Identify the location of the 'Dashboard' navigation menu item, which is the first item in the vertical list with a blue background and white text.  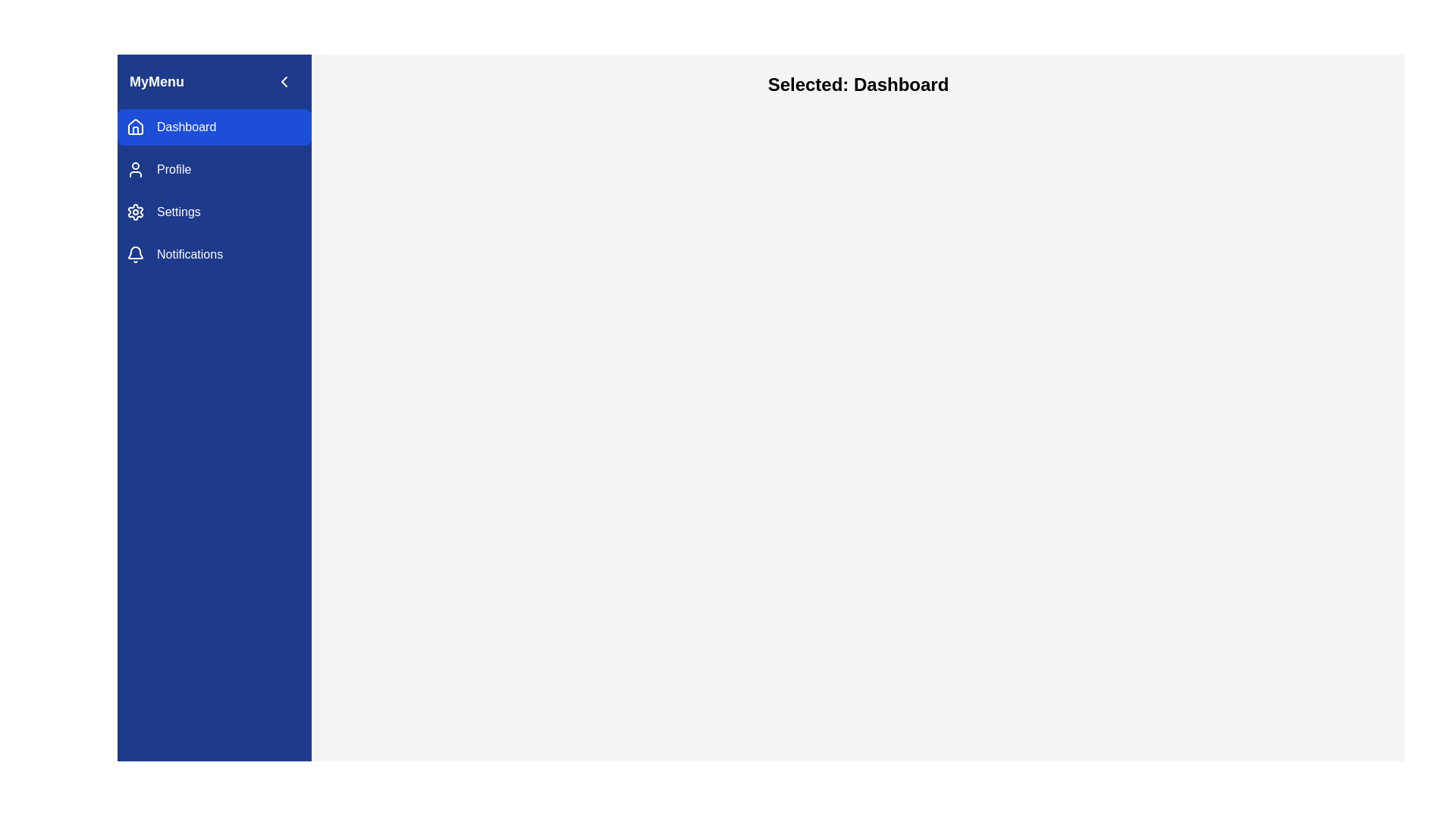
(214, 127).